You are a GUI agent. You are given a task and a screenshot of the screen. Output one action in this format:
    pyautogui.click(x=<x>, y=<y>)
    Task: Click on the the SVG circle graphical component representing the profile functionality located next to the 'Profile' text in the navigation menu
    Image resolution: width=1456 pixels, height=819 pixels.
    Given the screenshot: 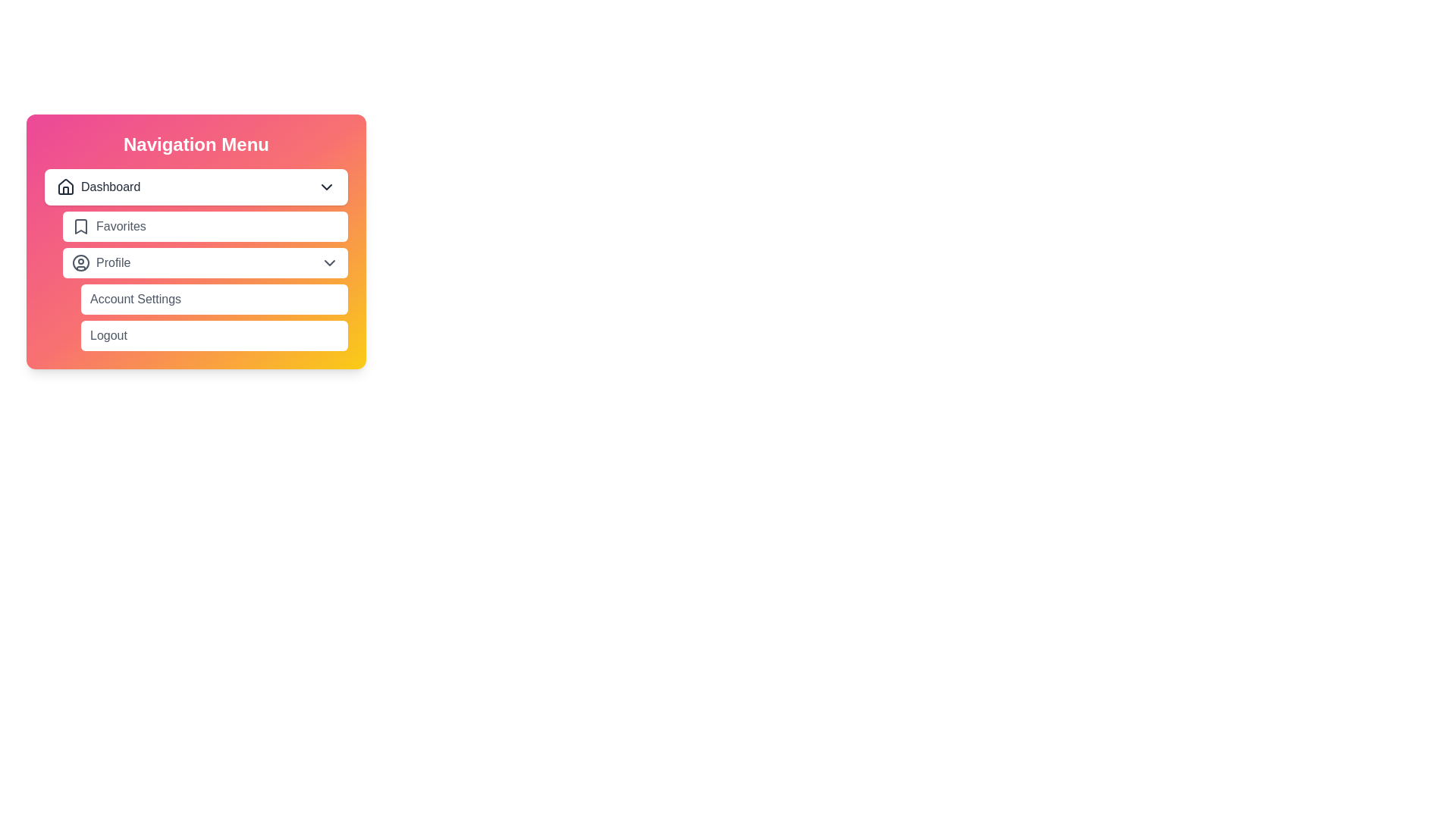 What is the action you would take?
    pyautogui.click(x=80, y=262)
    